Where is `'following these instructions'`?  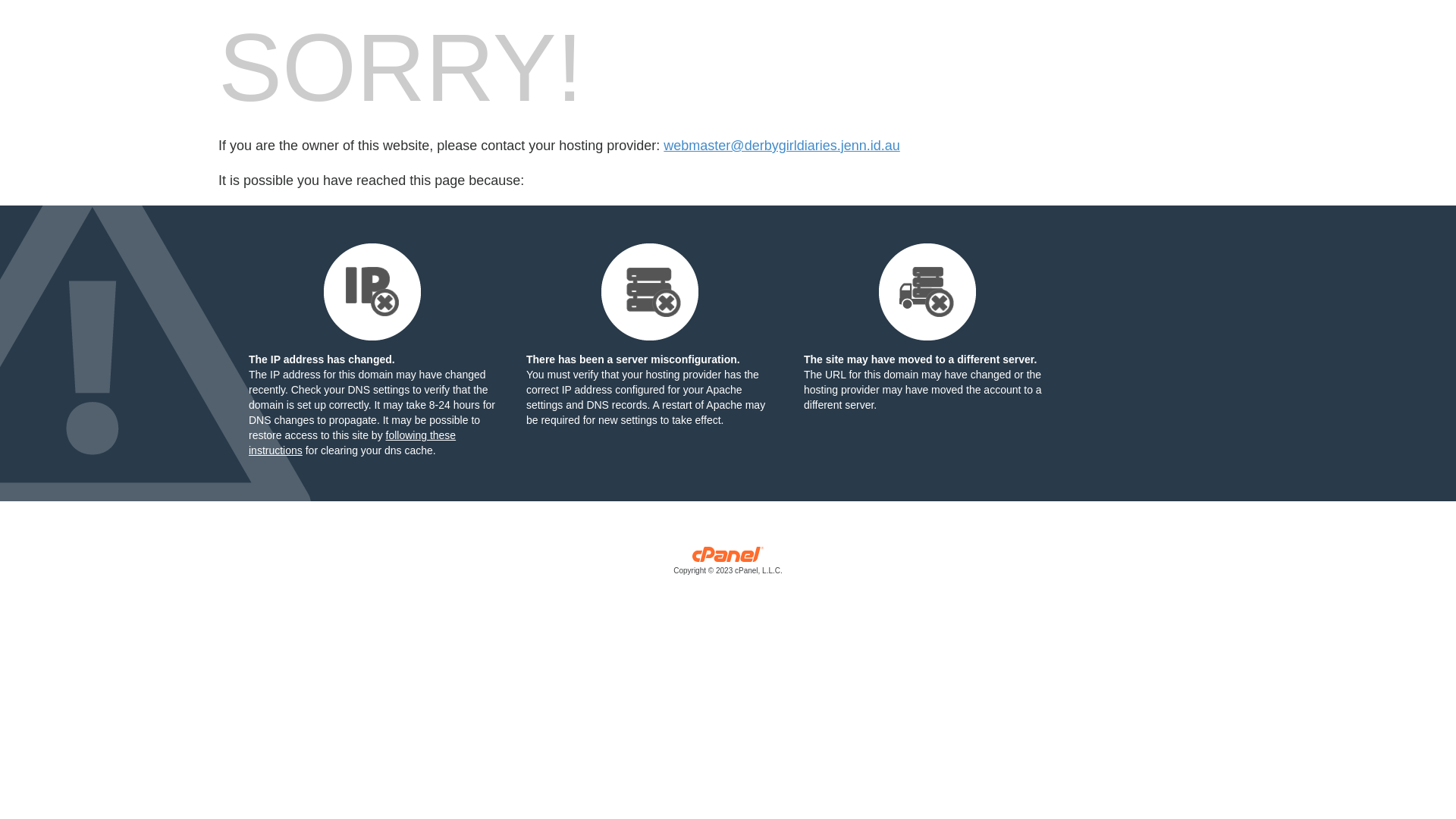 'following these instructions' is located at coordinates (351, 442).